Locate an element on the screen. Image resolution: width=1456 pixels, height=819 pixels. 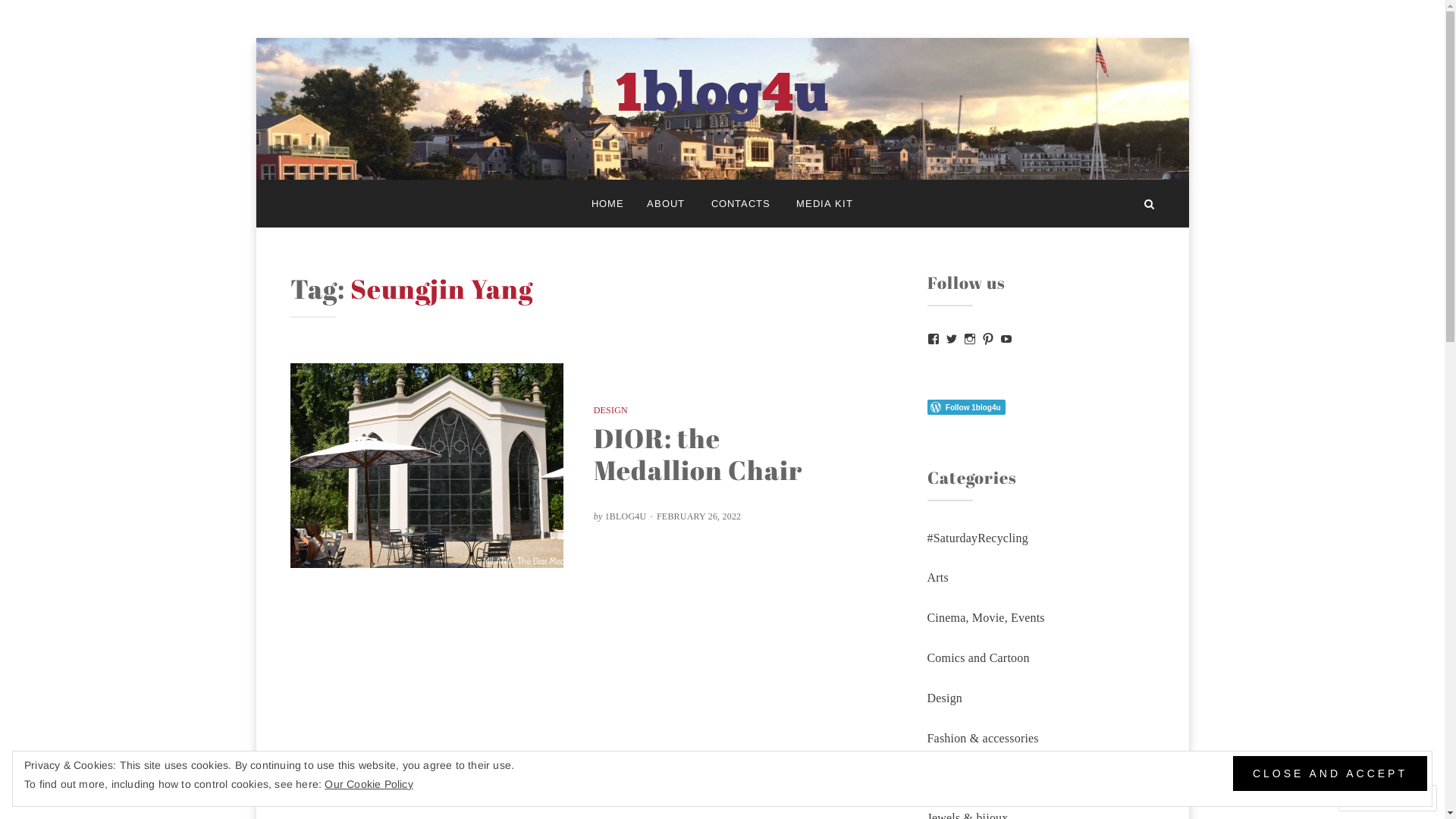
'Fashion & accessories' is located at coordinates (982, 737).